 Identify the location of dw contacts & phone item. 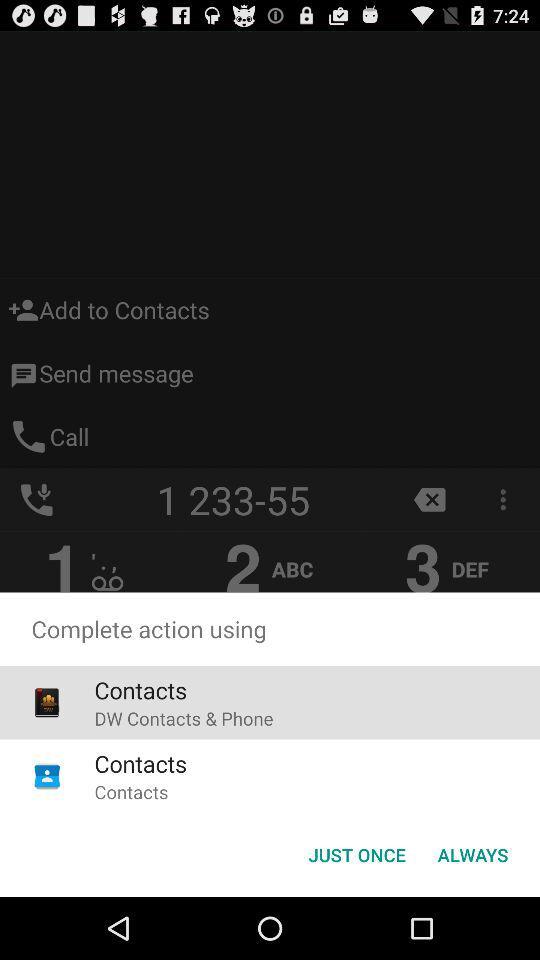
(183, 718).